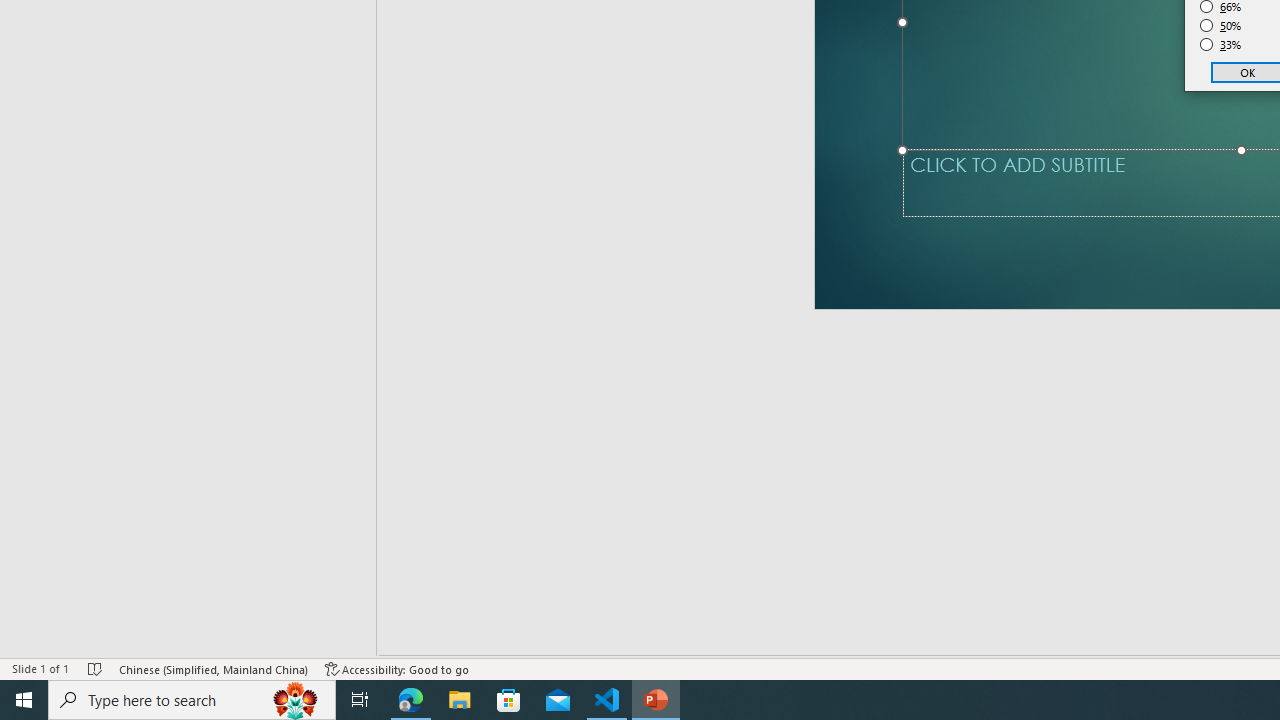  What do you see at coordinates (656, 698) in the screenshot?
I see `'PowerPoint - 1 running window'` at bounding box center [656, 698].